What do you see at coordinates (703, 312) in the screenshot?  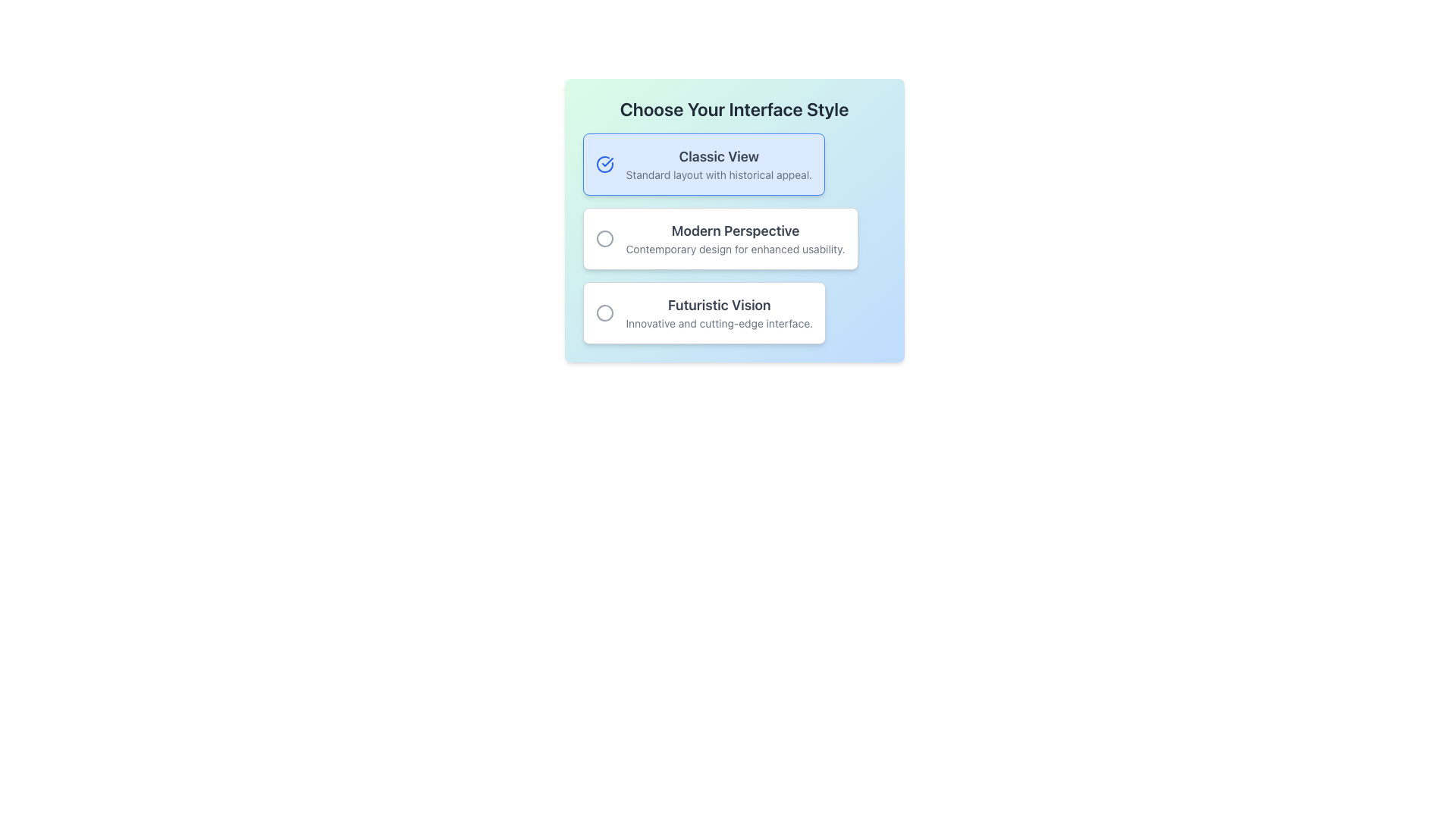 I see `the third radio button option labeled 'Futuristic Vision'` at bounding box center [703, 312].